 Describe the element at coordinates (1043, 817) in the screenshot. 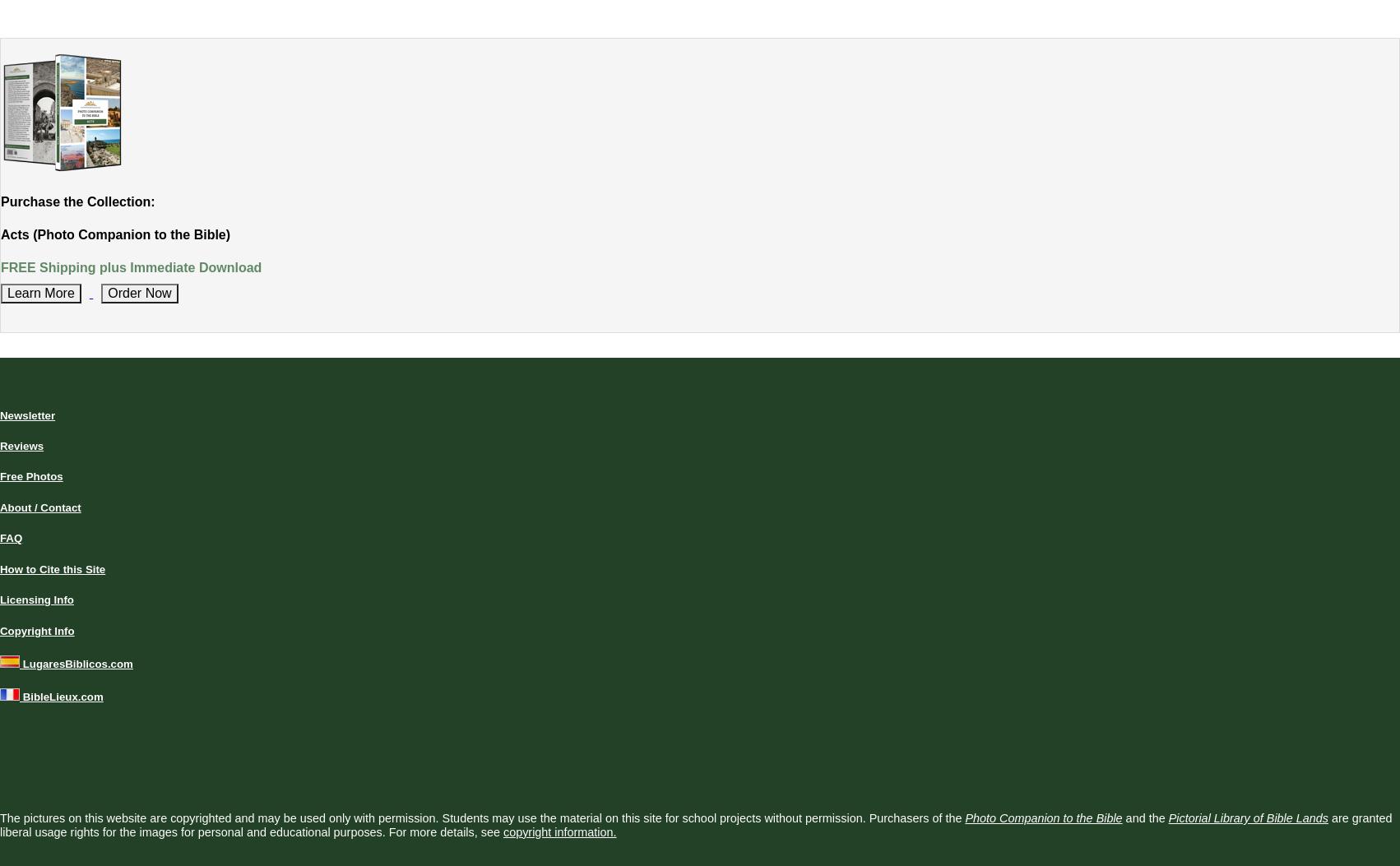

I see `'Photo Companion to the Bible'` at that location.